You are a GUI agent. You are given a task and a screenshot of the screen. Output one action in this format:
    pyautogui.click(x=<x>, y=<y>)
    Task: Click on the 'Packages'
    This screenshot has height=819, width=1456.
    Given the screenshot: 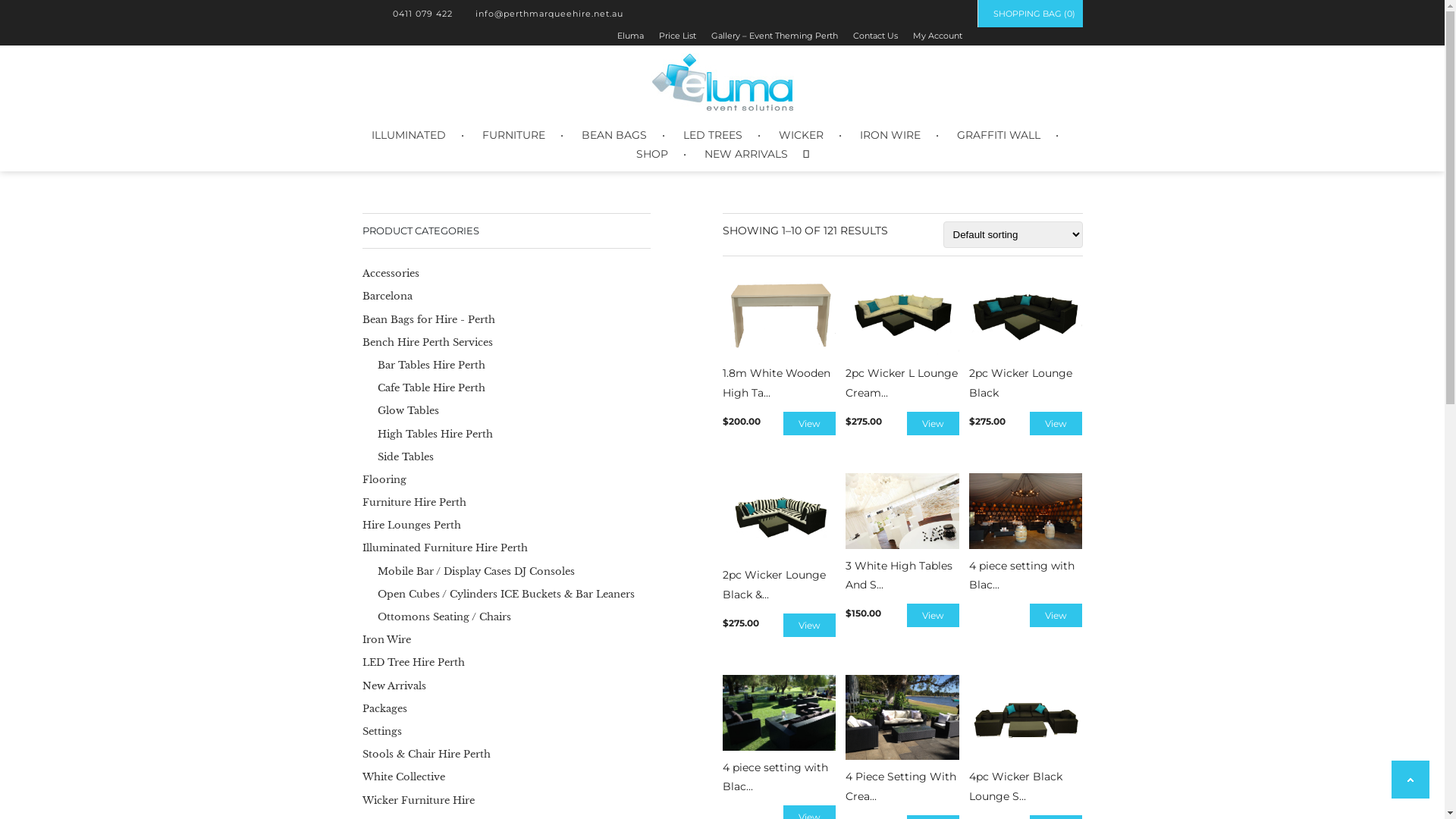 What is the action you would take?
    pyautogui.click(x=384, y=708)
    